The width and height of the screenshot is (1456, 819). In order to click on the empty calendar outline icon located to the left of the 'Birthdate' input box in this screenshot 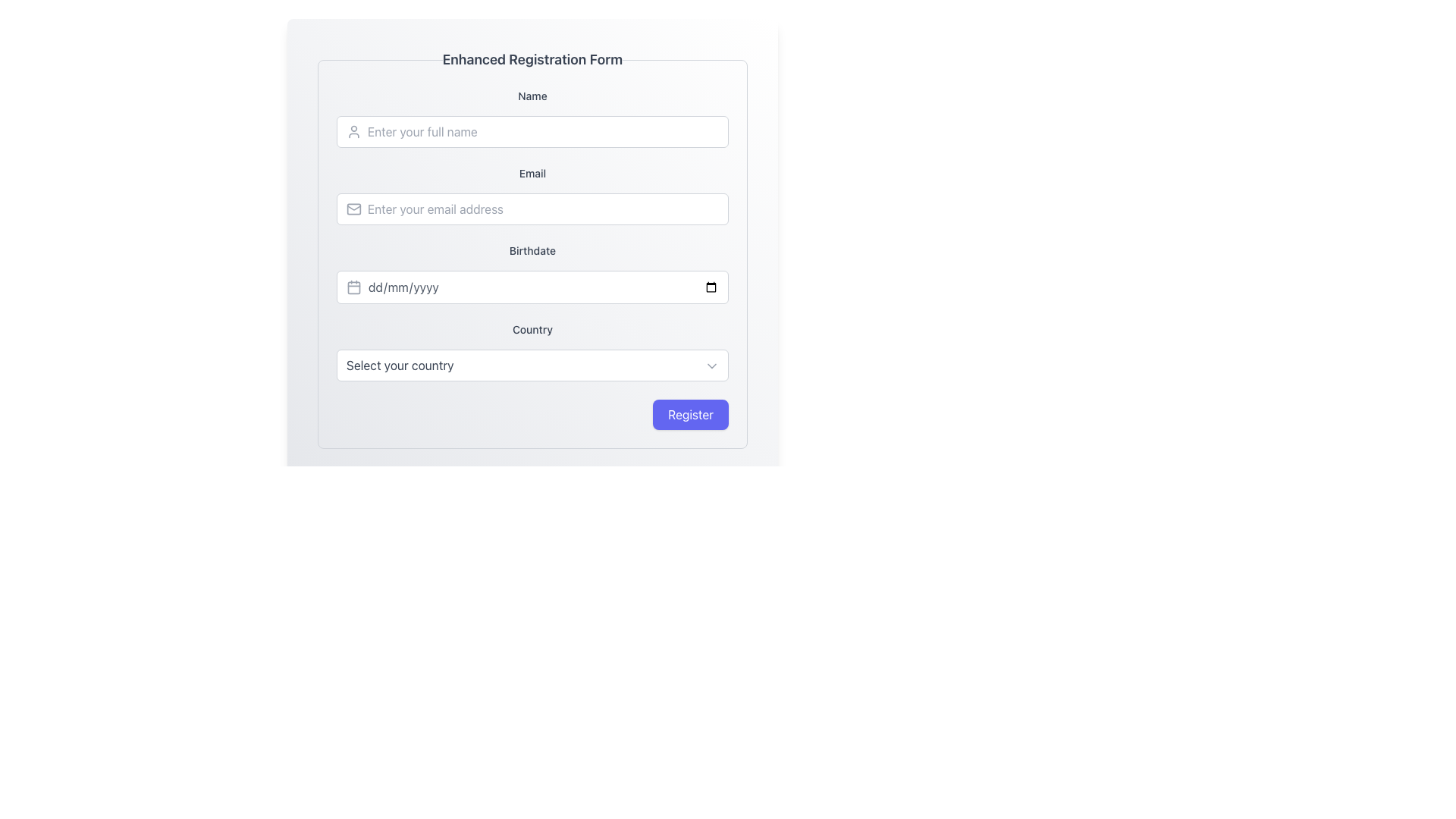, I will do `click(353, 287)`.